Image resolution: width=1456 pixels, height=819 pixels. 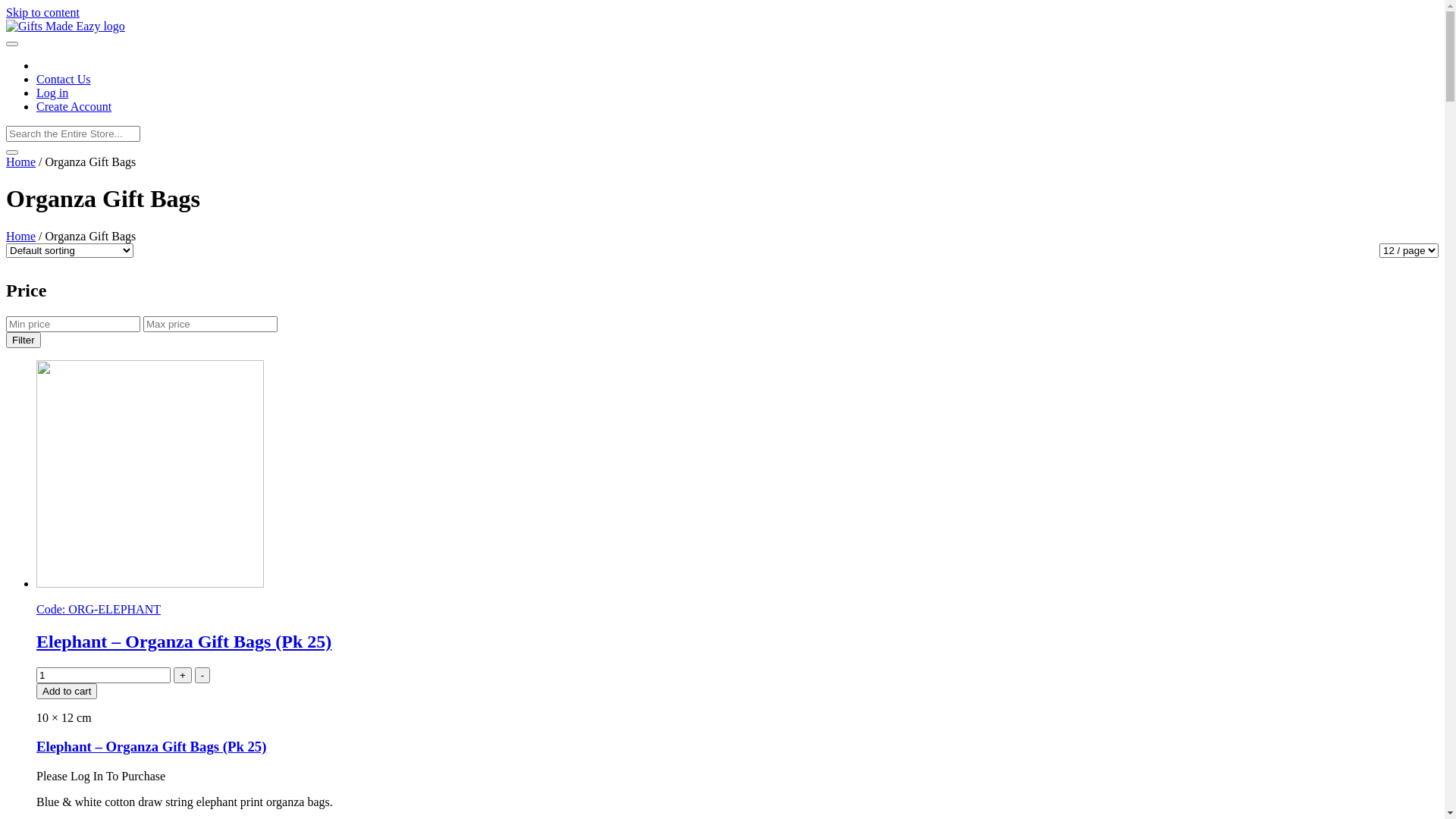 What do you see at coordinates (73, 105) in the screenshot?
I see `'Create Account'` at bounding box center [73, 105].